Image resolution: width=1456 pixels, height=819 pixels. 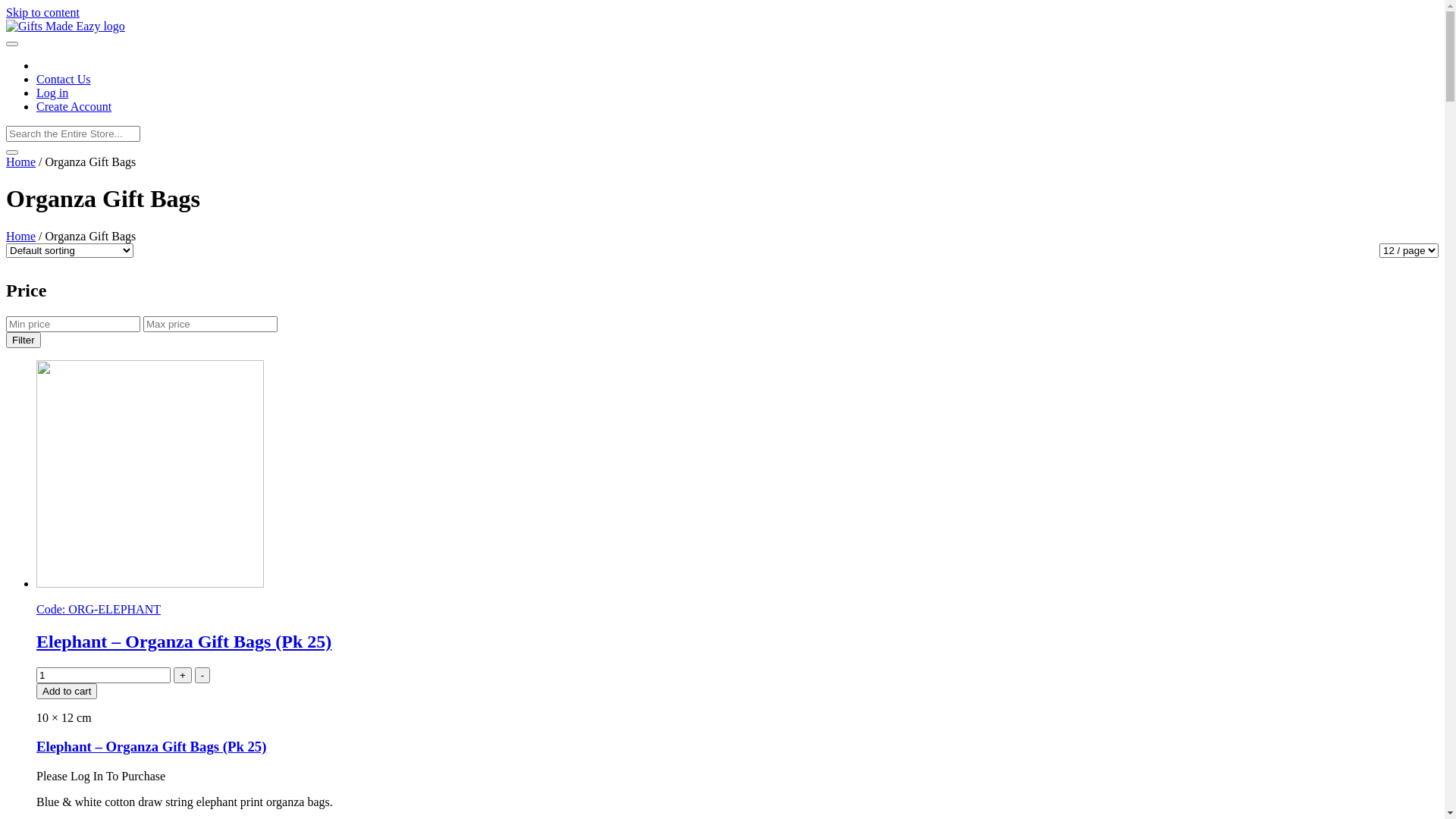 What do you see at coordinates (73, 105) in the screenshot?
I see `'Create Account'` at bounding box center [73, 105].